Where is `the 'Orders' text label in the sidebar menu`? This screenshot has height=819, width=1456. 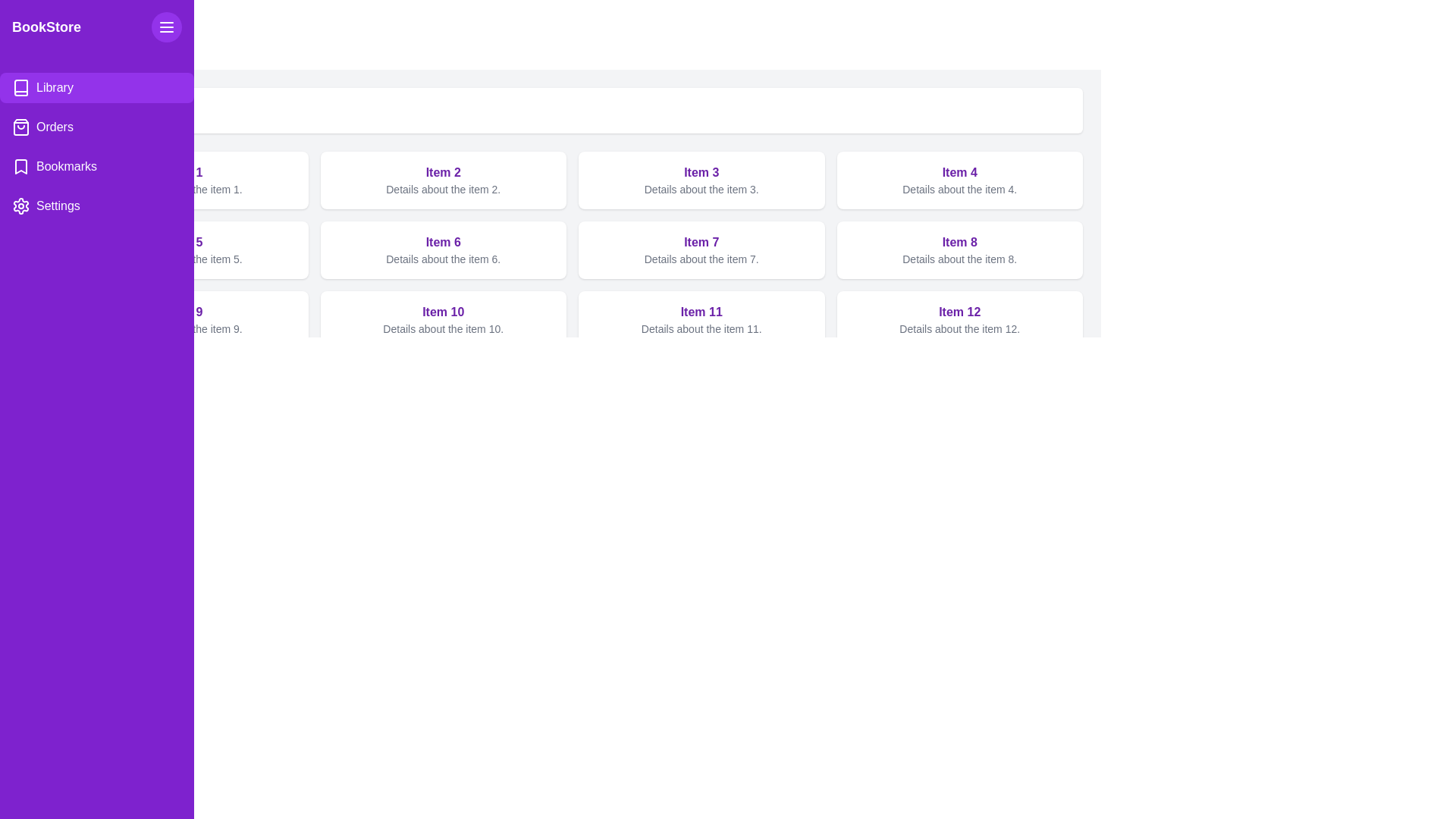 the 'Orders' text label in the sidebar menu is located at coordinates (55, 127).